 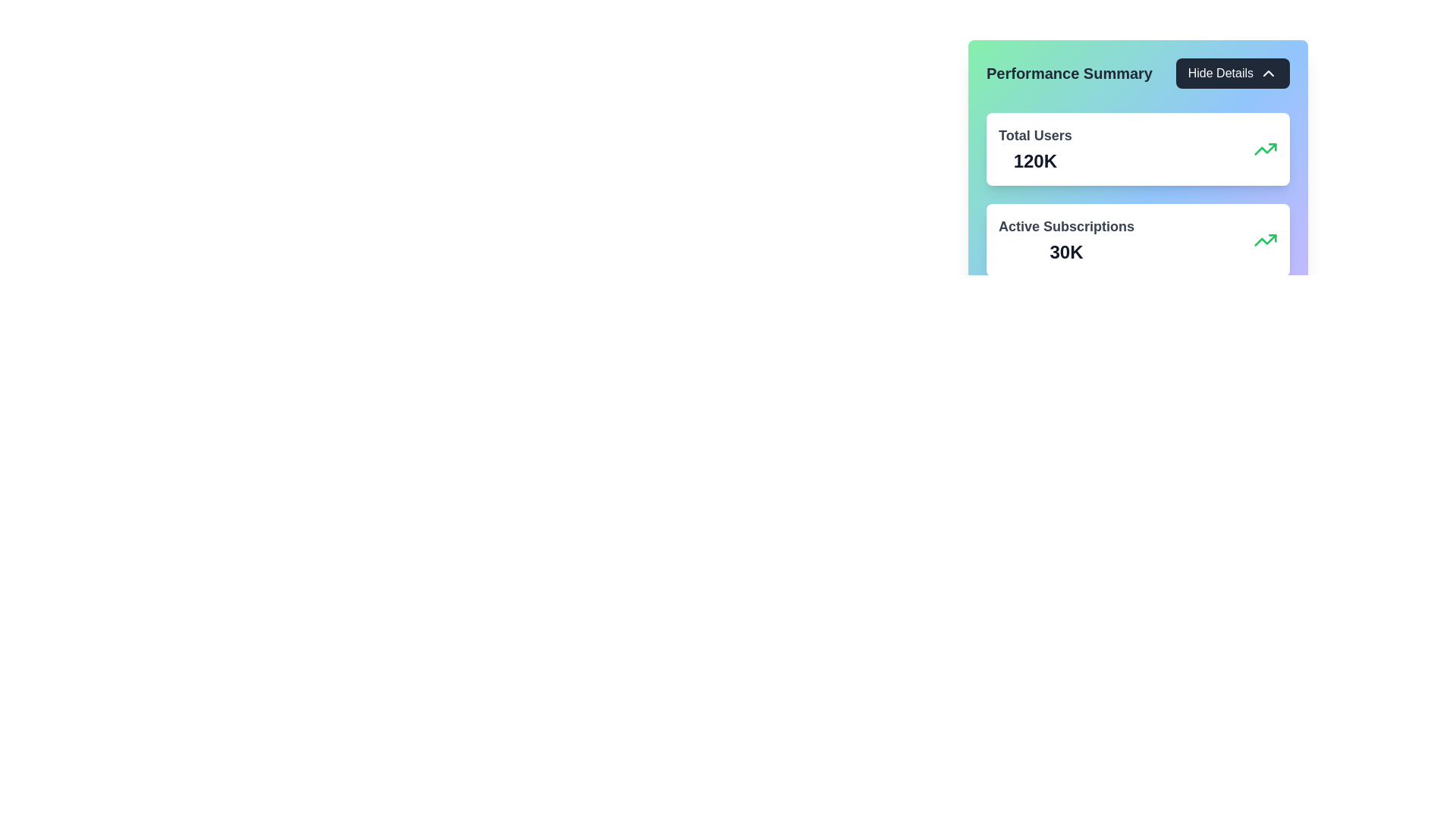 I want to click on text displayed in the 'Active Subscriptions' label, which is bold and dark gray in color, located inside the second card of the performance summary panel on the right side of the interface, so click(x=1065, y=227).